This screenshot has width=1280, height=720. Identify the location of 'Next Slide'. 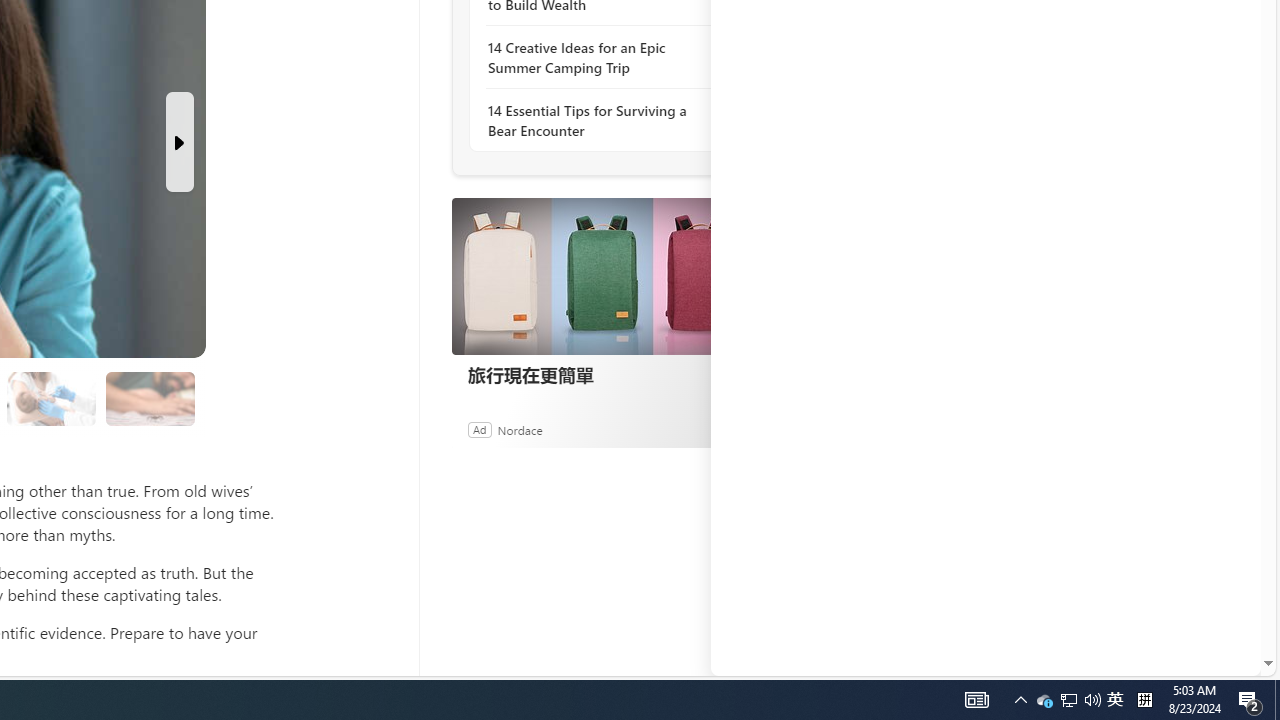
(179, 141).